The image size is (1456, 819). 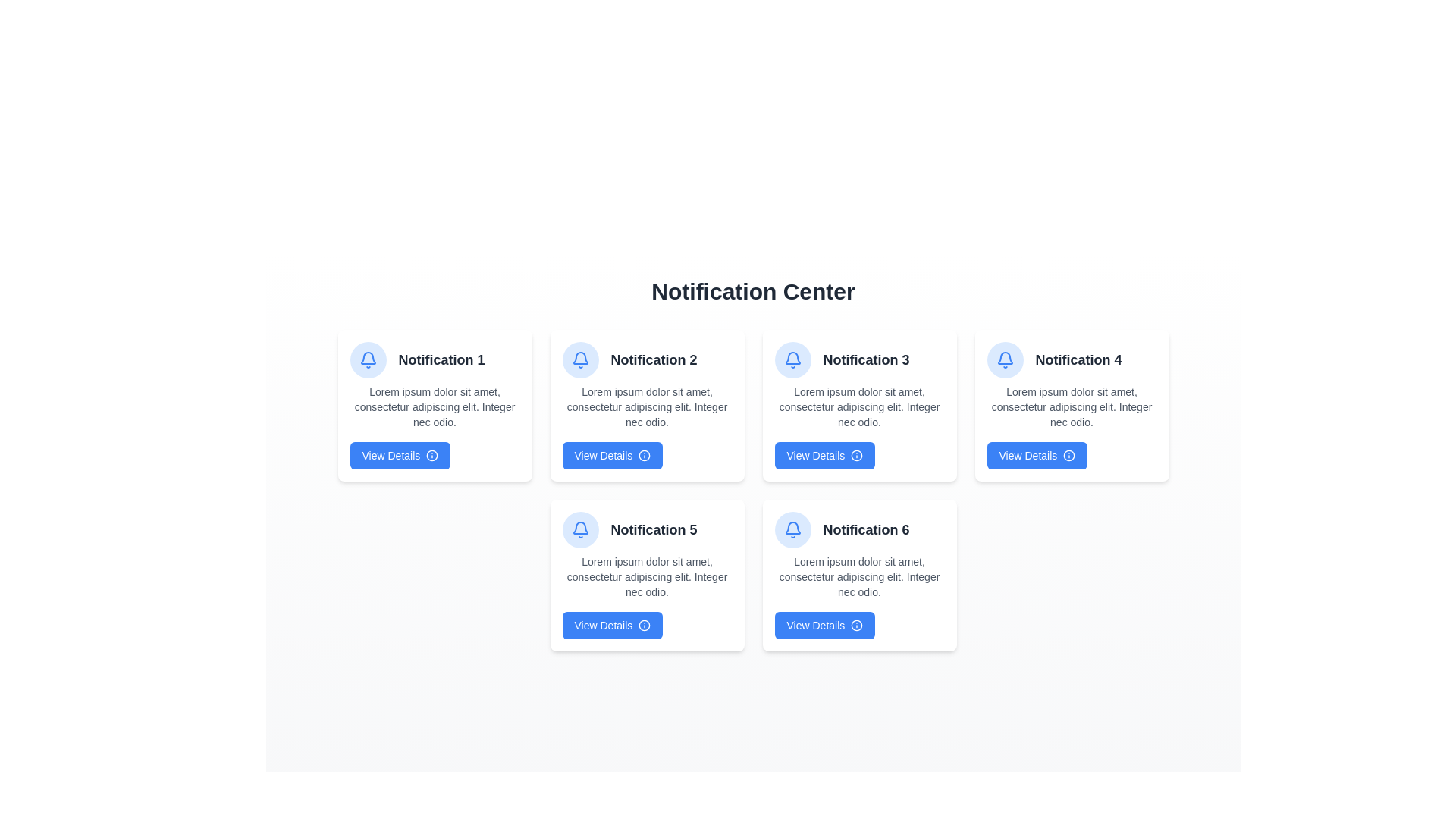 What do you see at coordinates (434, 406) in the screenshot?
I see `the text block element that displays 'Lorem ipsum dolor sit amet, consectetur adipiscing elit. Integer nec odio.' under the title 'Notification 1'` at bounding box center [434, 406].